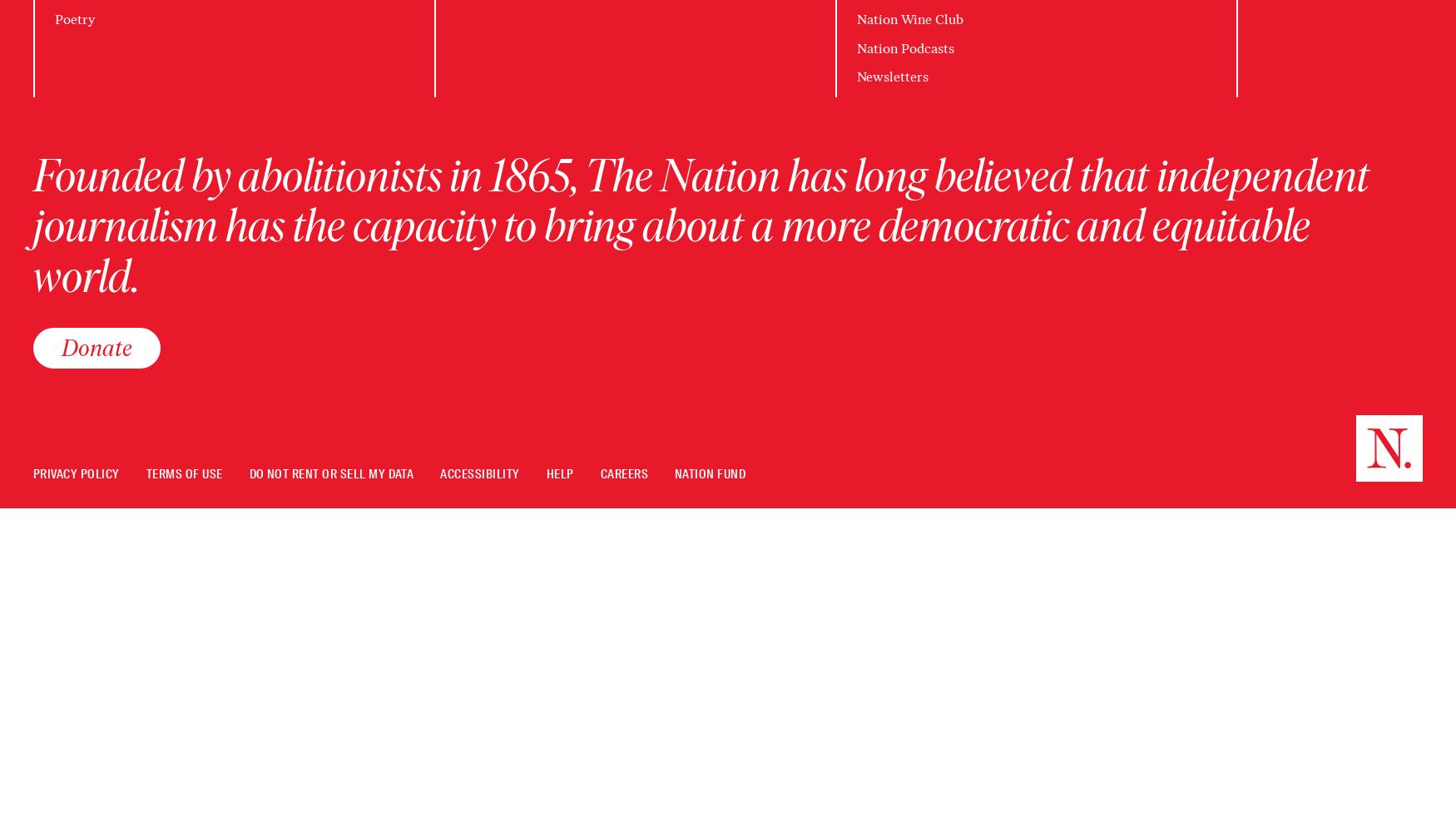  Describe the element at coordinates (74, 19) in the screenshot. I see `'Poetry'` at that location.